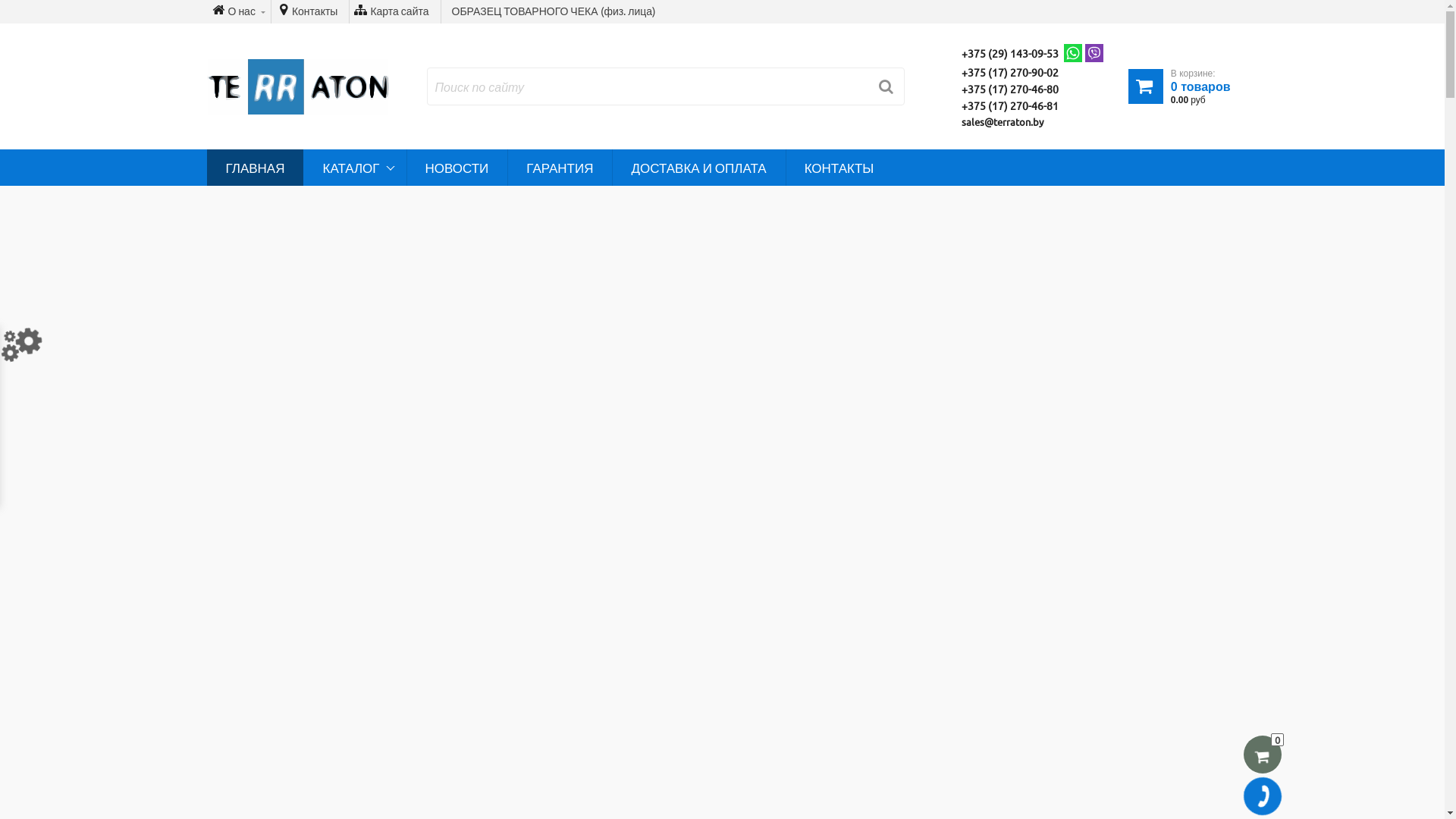  I want to click on '+375 (17) 270-90-02', so click(960, 72).